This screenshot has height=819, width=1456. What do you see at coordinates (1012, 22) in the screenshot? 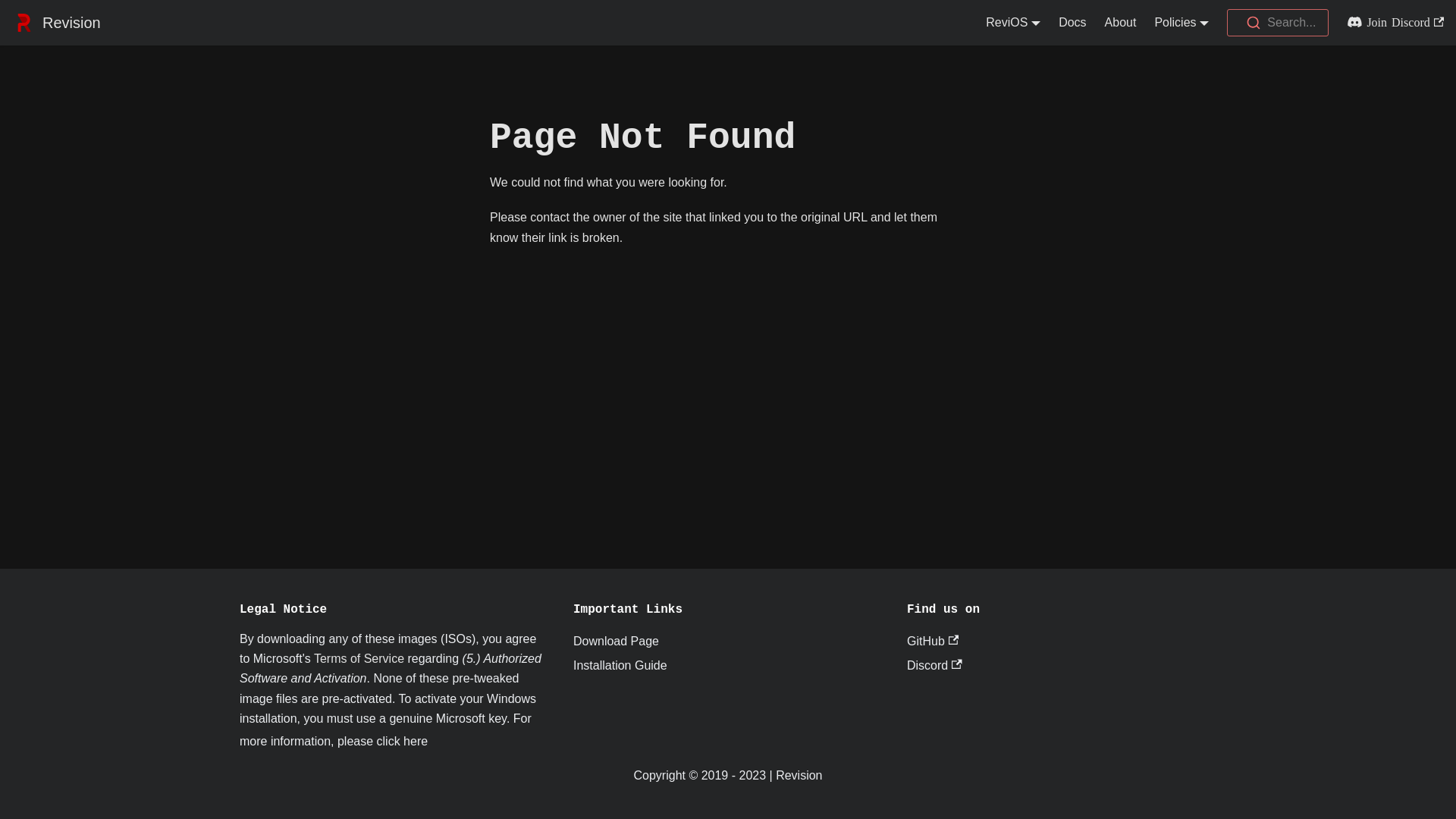
I see `'ReviOS'` at bounding box center [1012, 22].